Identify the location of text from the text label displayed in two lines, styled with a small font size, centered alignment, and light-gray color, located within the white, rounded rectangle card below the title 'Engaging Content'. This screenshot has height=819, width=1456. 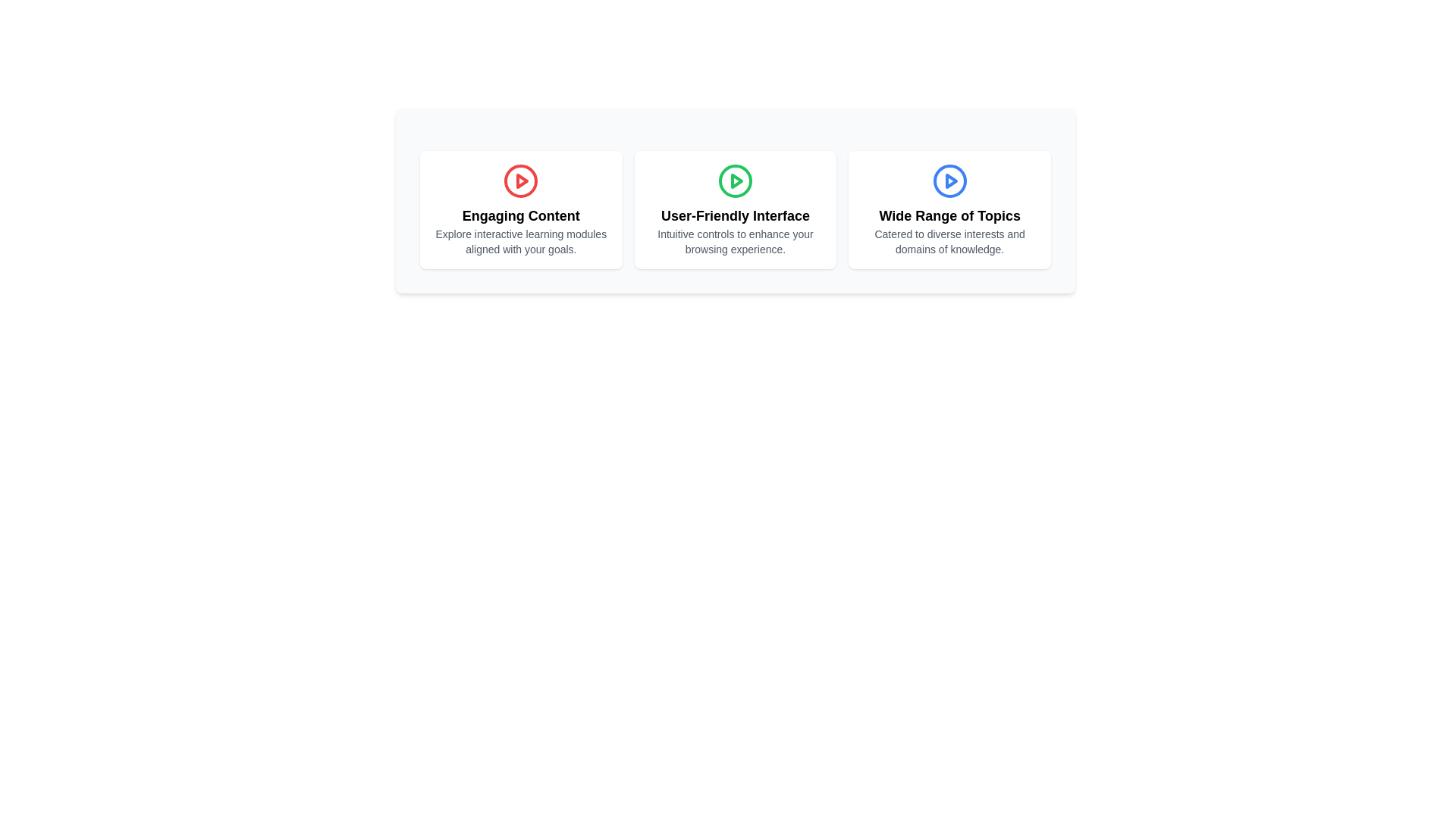
(521, 241).